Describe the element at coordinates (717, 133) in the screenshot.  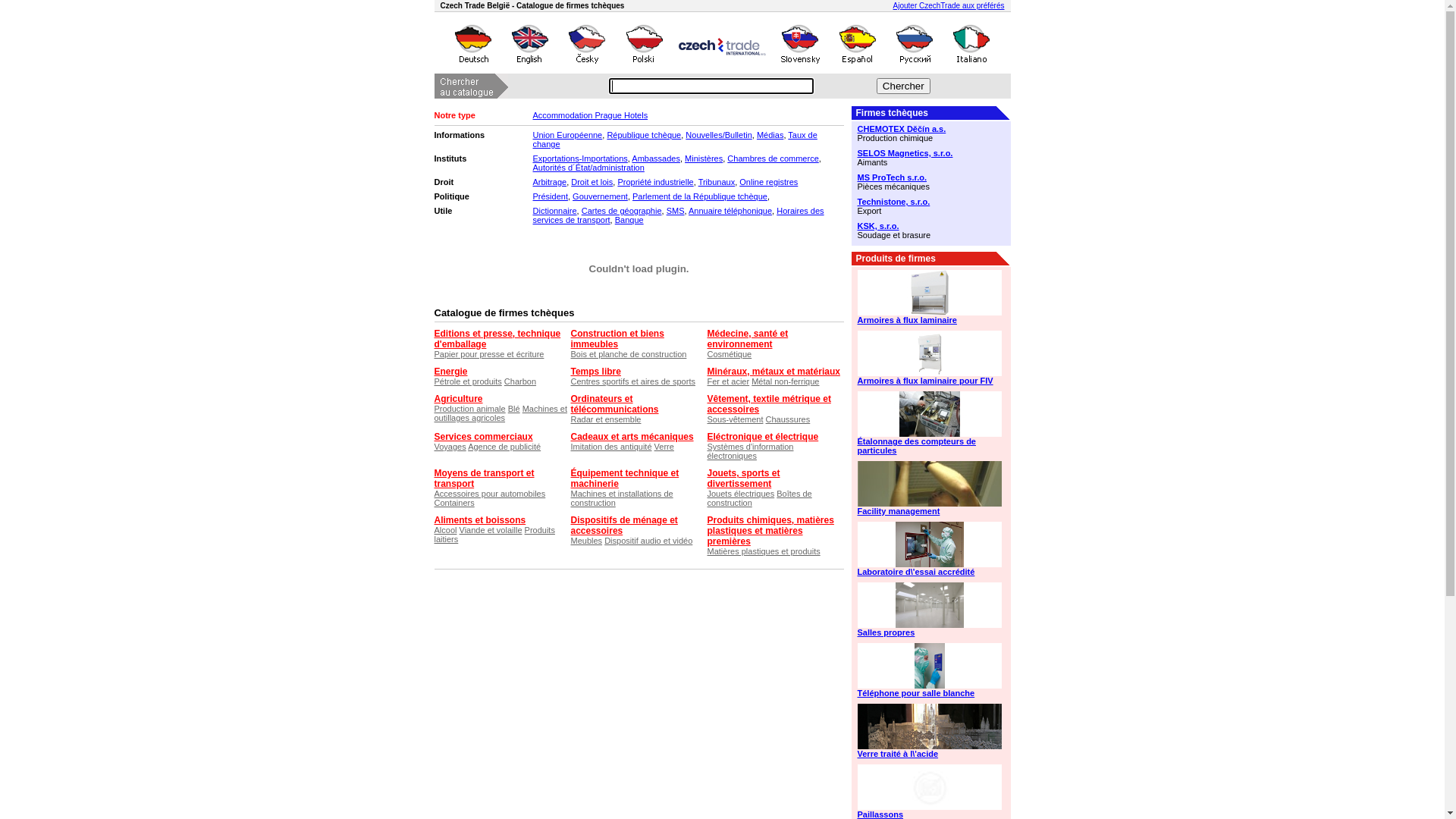
I see `'Nouvelles/Bulletin'` at that location.